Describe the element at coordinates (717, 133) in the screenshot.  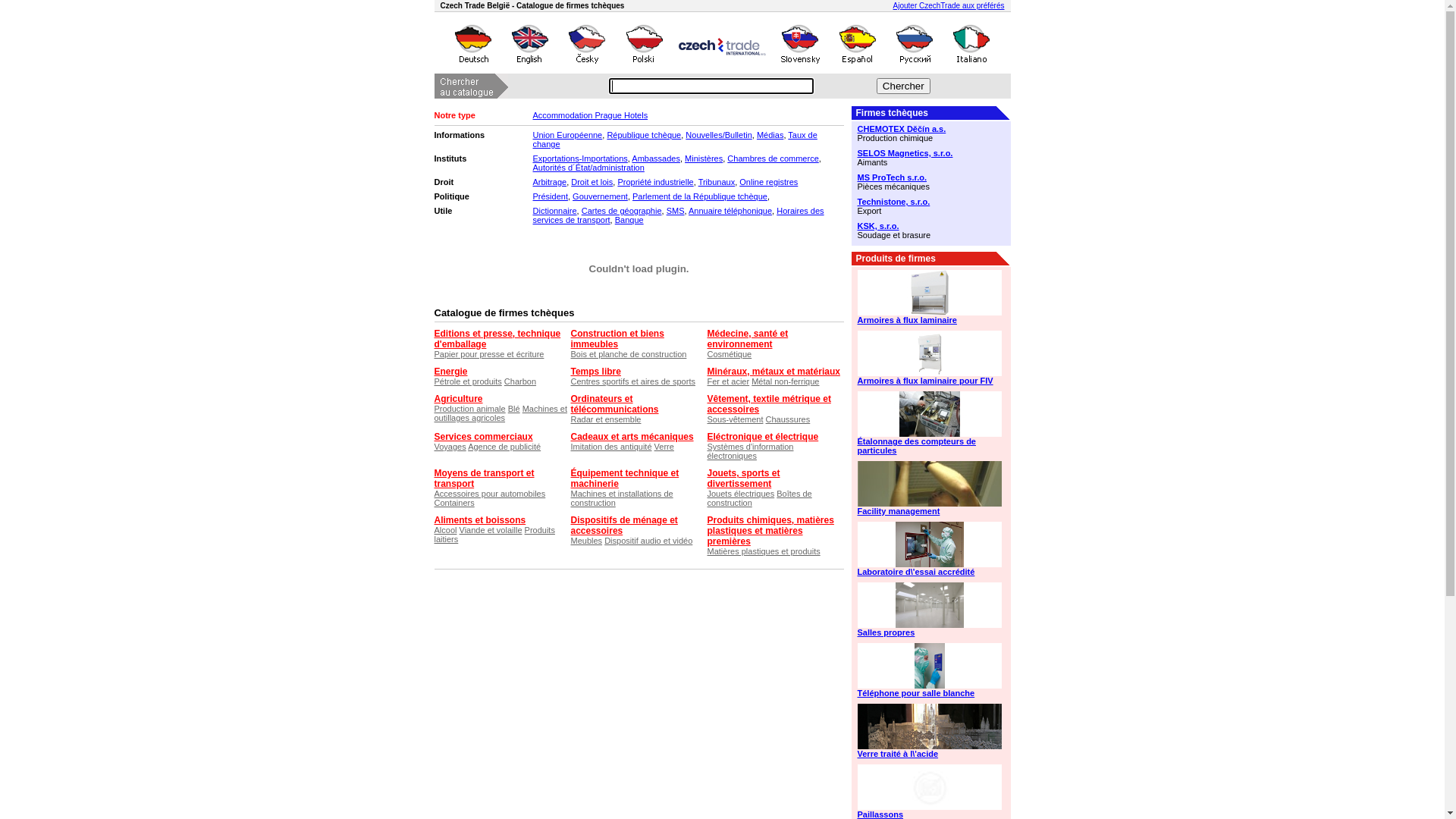
I see `'Nouvelles/Bulletin'` at that location.